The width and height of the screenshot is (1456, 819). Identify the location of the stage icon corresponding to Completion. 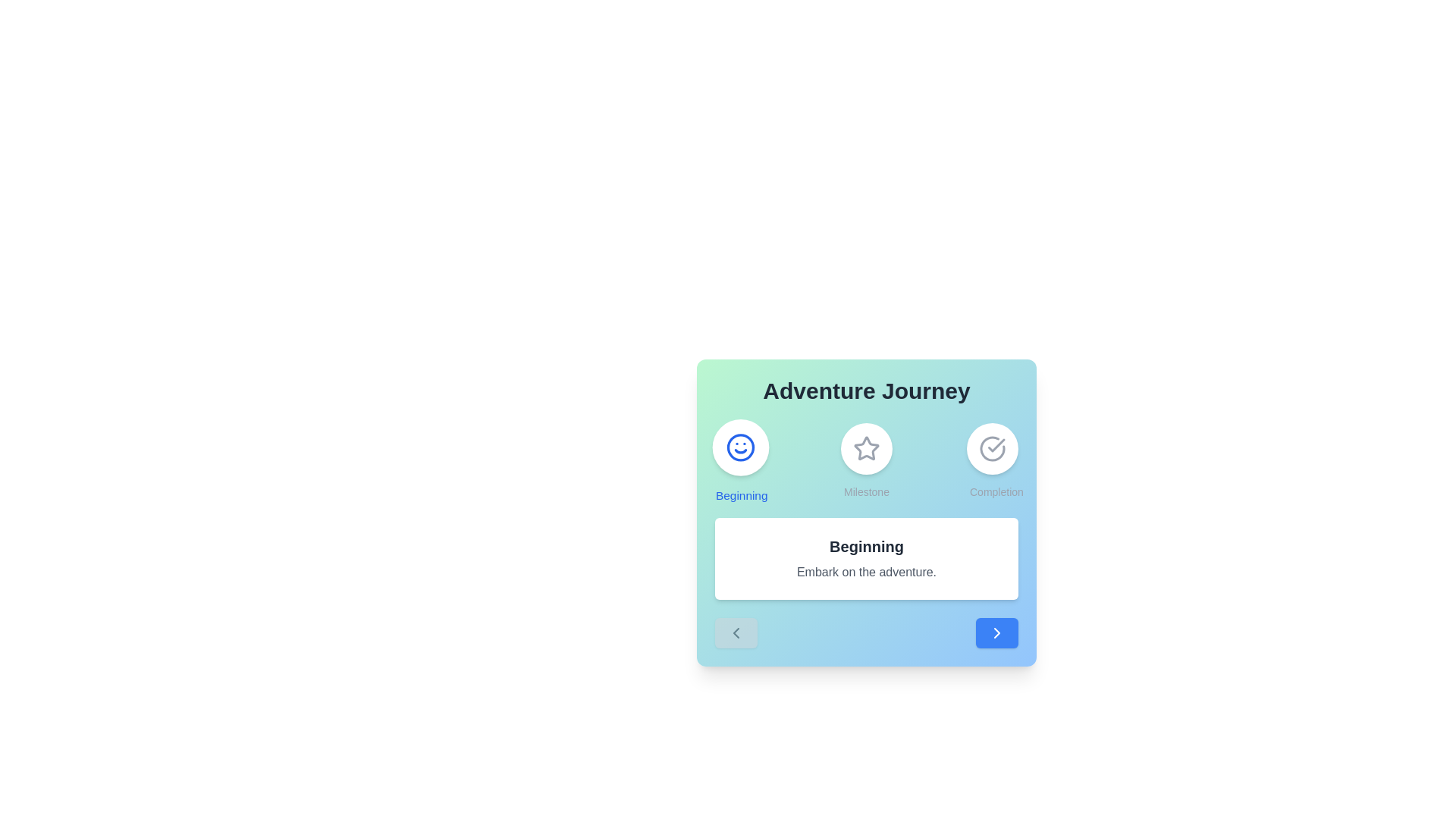
(993, 460).